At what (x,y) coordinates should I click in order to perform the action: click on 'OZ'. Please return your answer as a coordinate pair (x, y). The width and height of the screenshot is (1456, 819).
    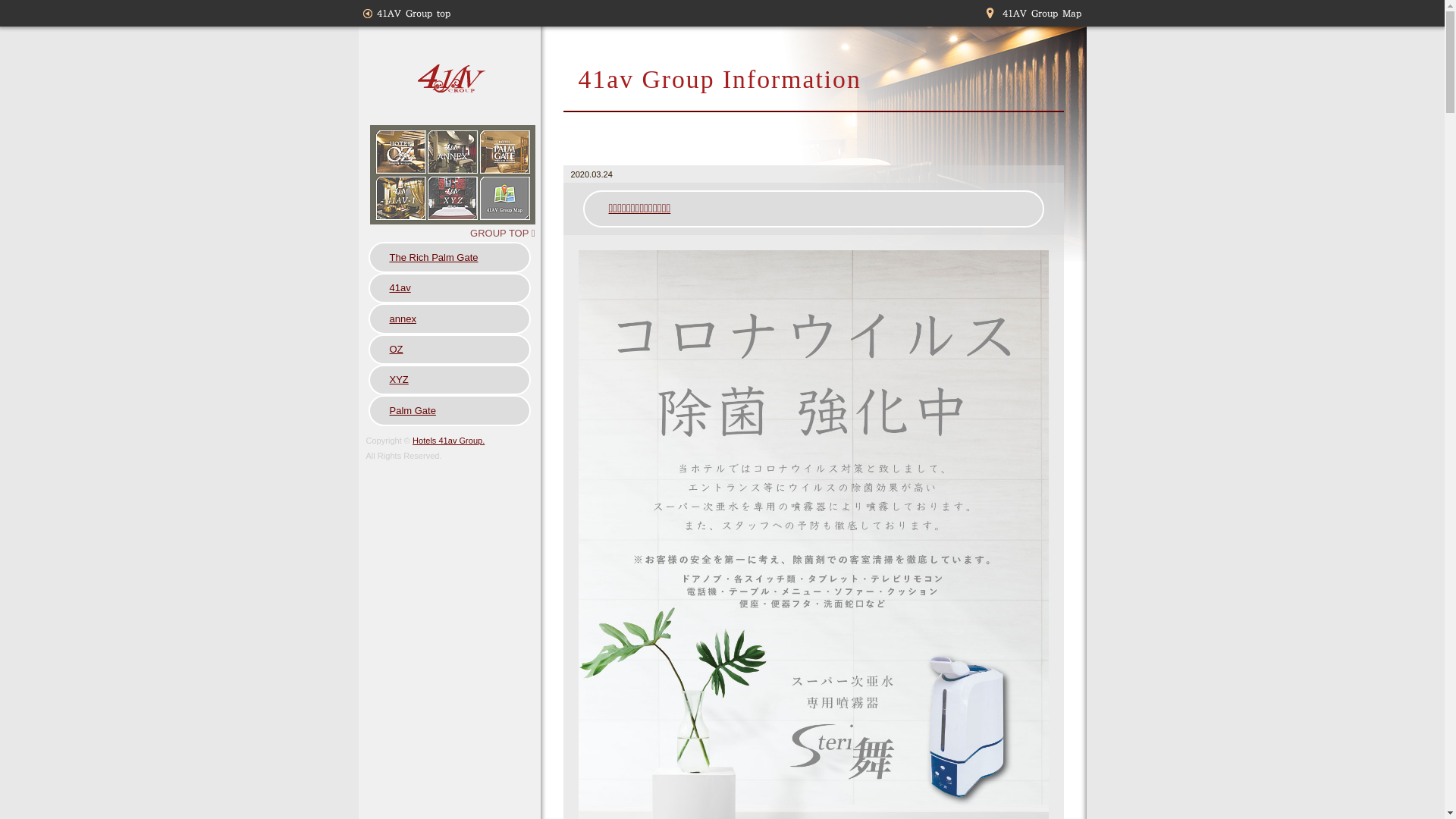
    Looking at the image, I should click on (449, 350).